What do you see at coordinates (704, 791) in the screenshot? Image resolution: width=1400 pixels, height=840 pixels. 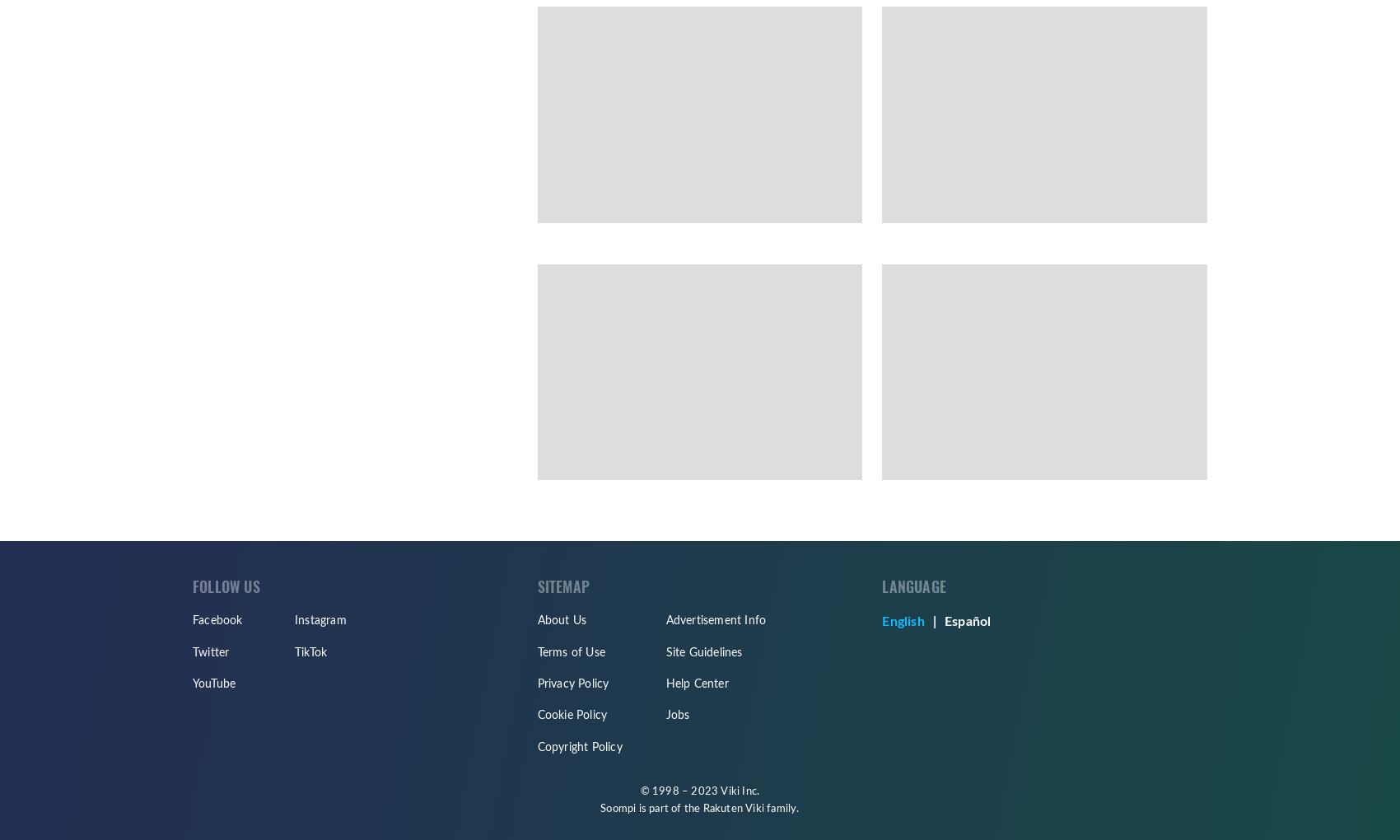 I see `'2023'` at bounding box center [704, 791].